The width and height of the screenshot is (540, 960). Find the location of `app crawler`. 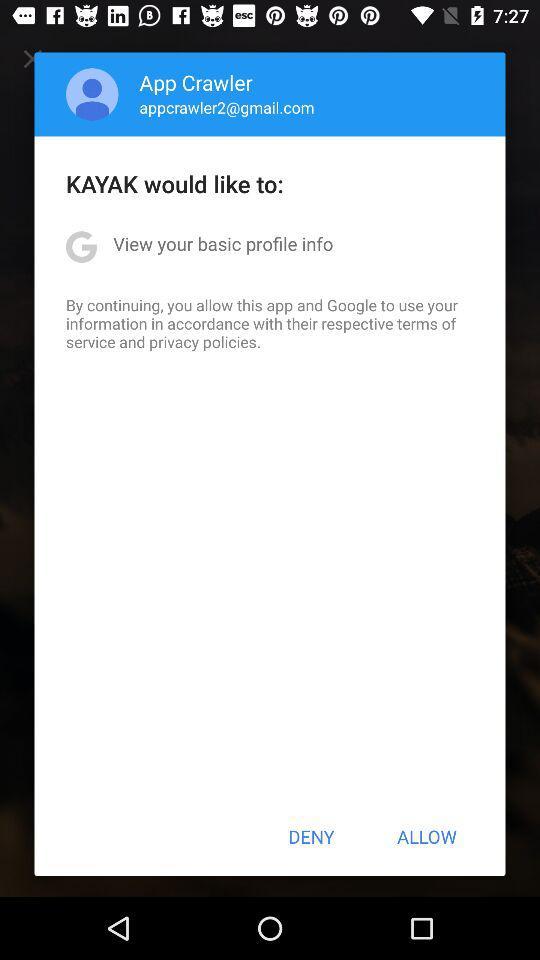

app crawler is located at coordinates (196, 82).